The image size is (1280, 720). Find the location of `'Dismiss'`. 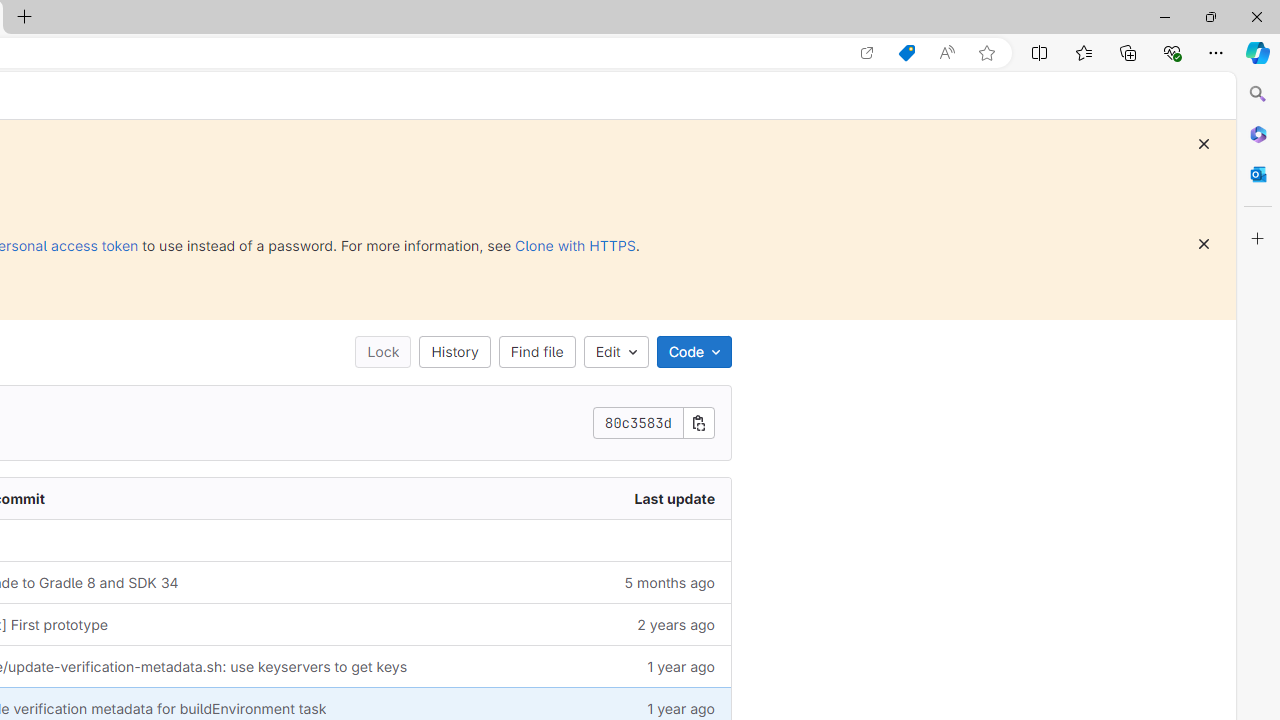

'Dismiss' is located at coordinates (1202, 243).